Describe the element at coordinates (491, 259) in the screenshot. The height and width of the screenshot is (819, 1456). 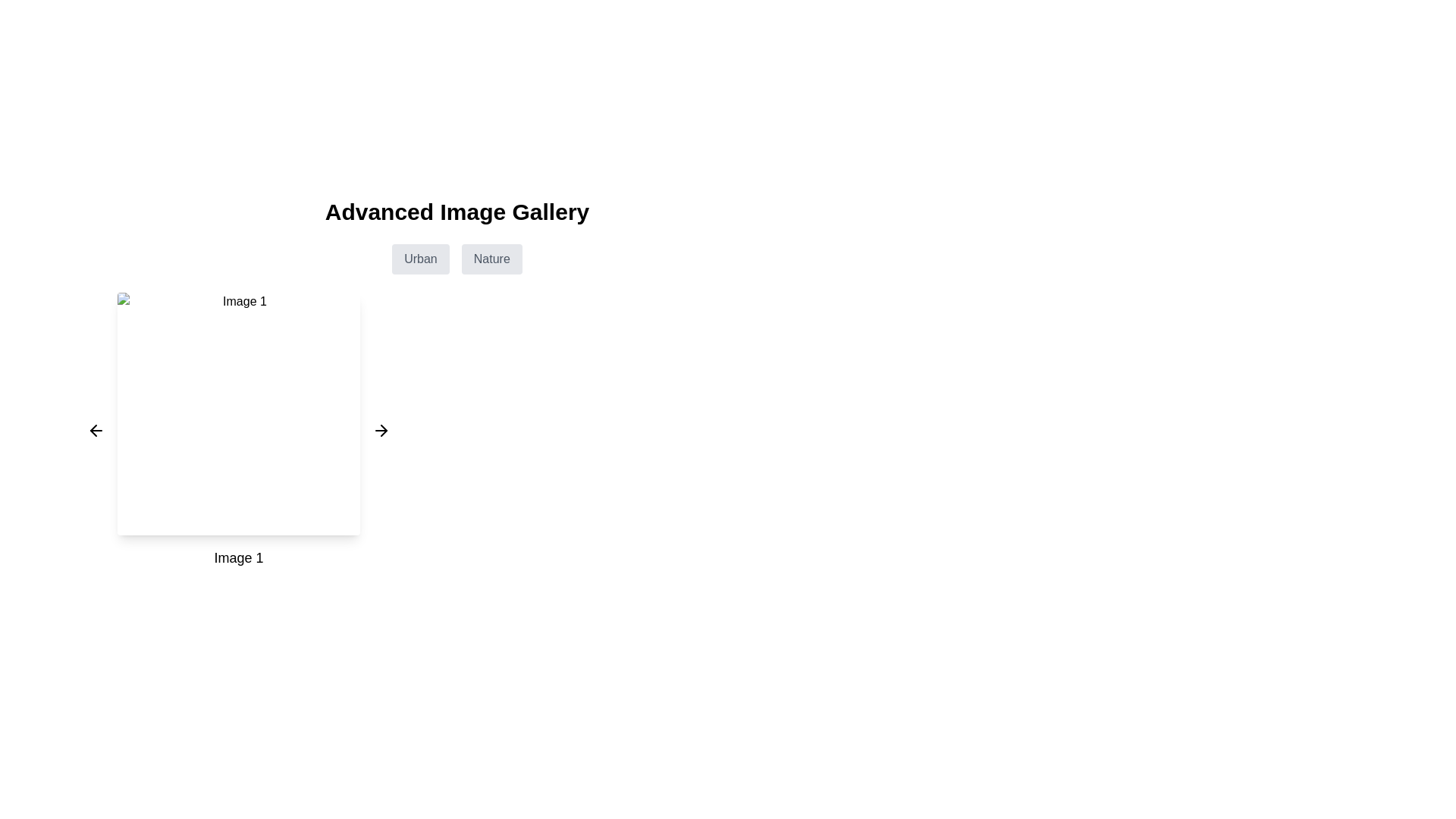
I see `the second button labeled 'Nature'` at that location.